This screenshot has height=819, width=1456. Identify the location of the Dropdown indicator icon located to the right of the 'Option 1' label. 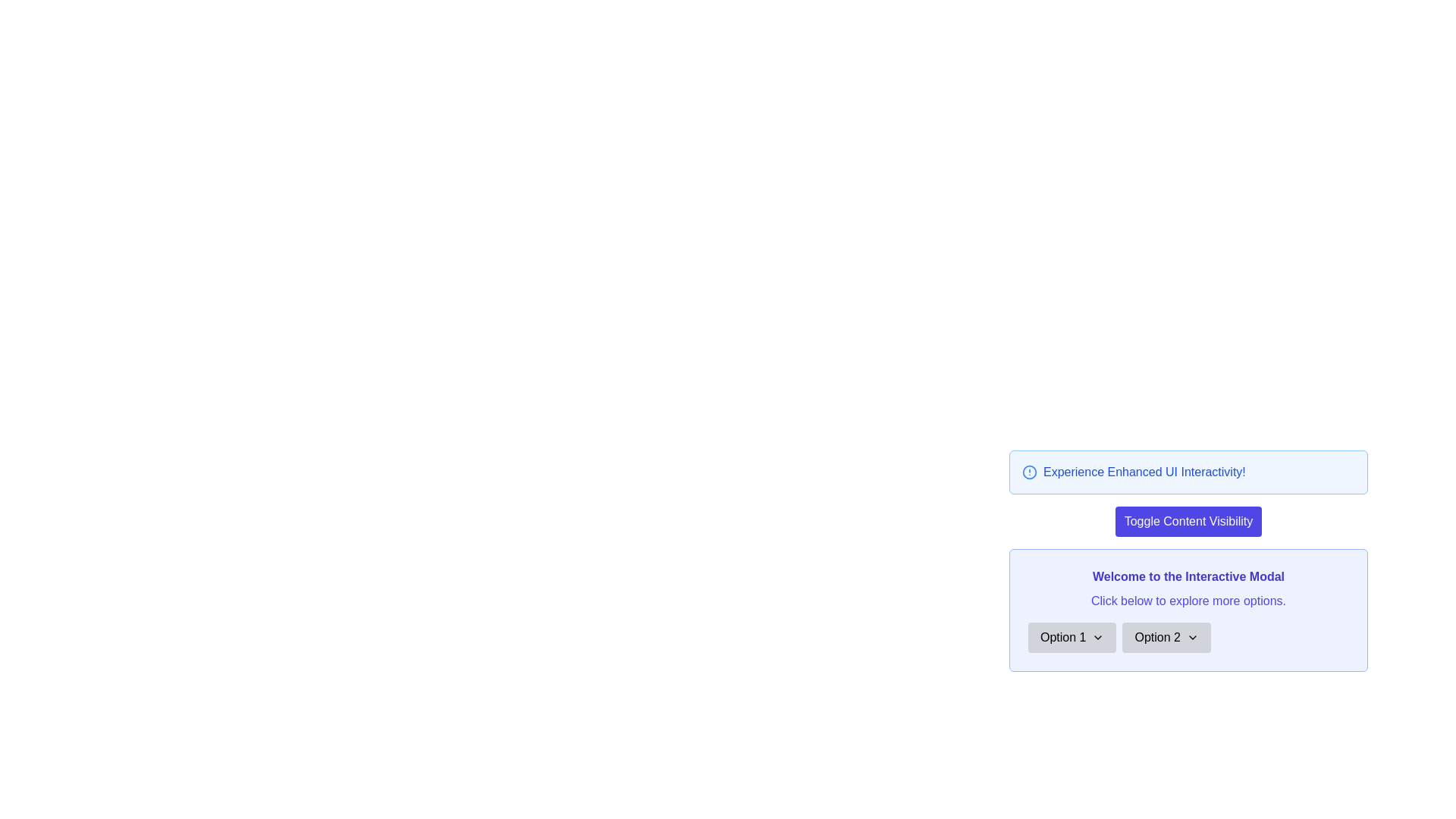
(1098, 637).